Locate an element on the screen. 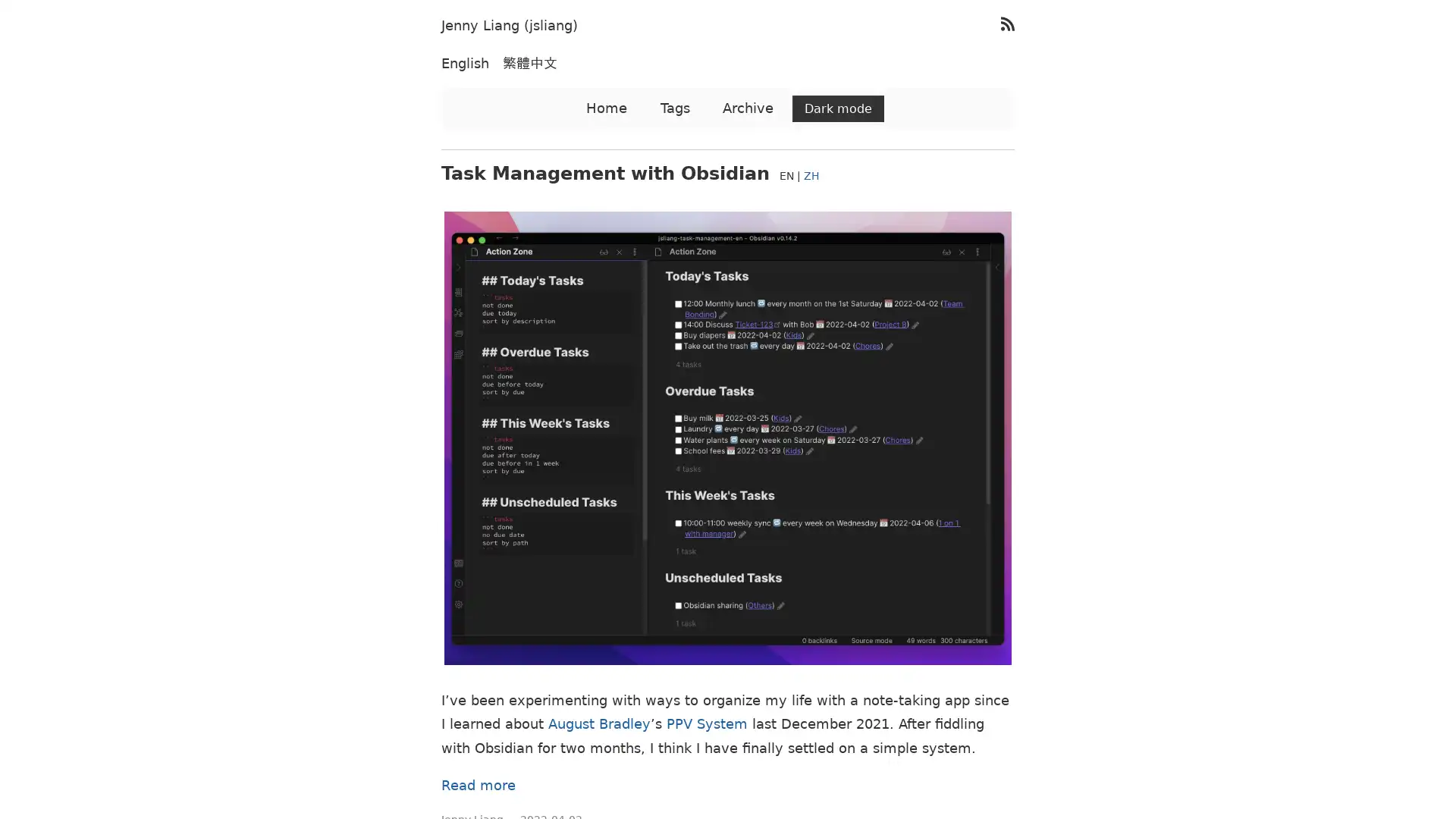 The image size is (1456, 819). Dark mode is located at coordinates (837, 108).